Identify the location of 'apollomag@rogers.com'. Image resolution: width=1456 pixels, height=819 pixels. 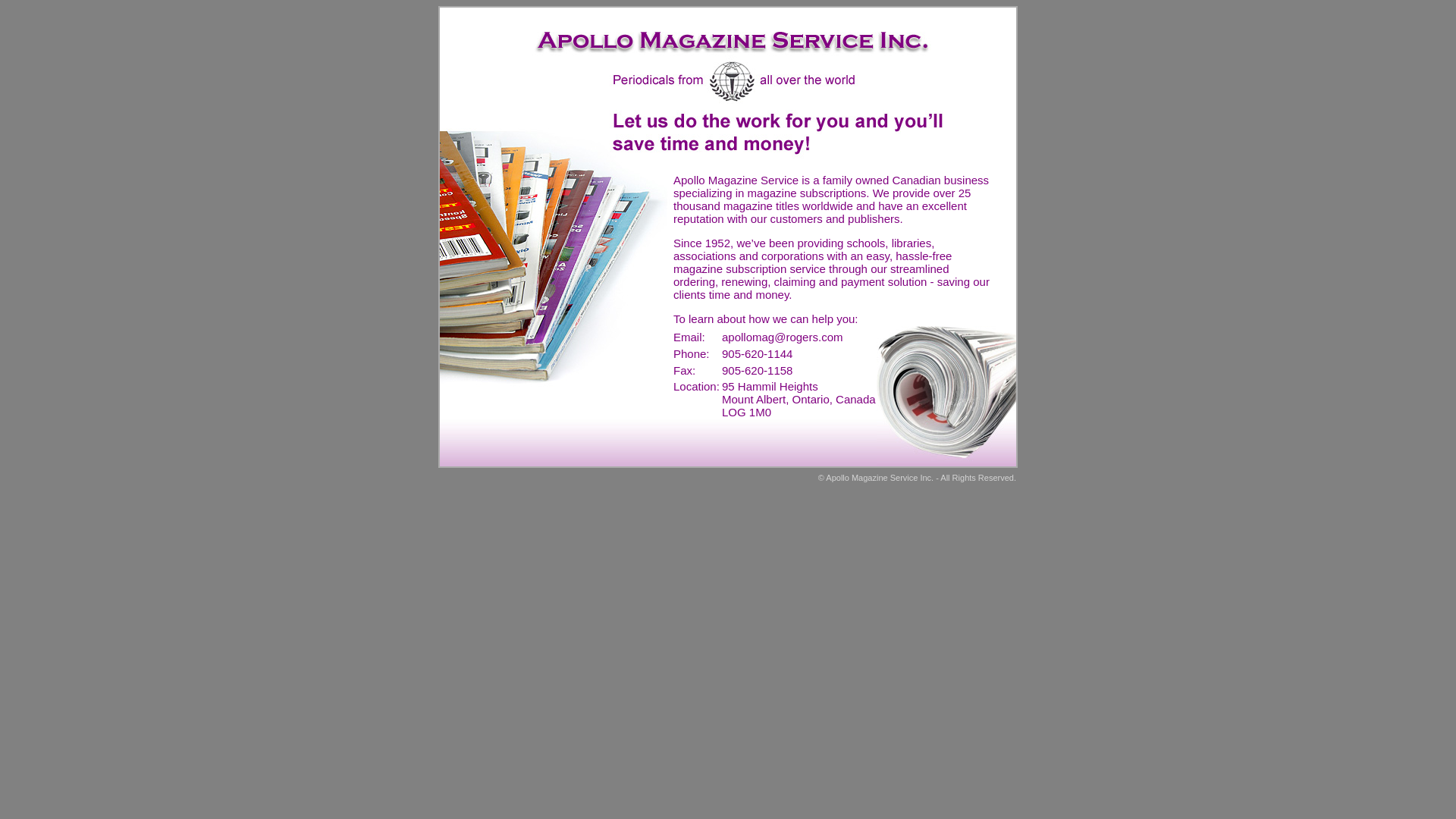
(782, 336).